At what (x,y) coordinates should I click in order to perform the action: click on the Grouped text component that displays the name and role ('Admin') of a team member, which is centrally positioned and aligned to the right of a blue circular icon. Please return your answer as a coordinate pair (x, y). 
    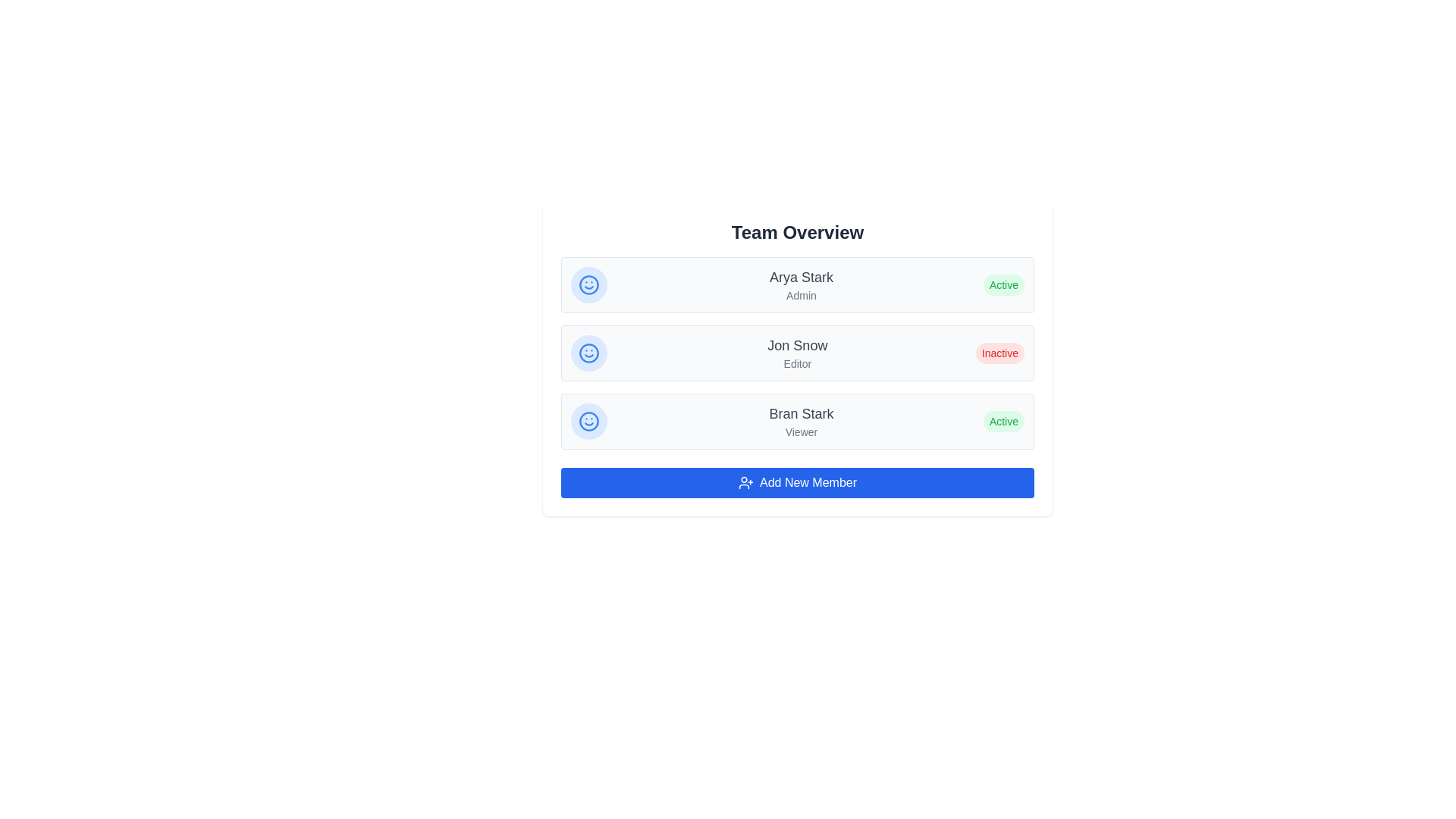
    Looking at the image, I should click on (800, 284).